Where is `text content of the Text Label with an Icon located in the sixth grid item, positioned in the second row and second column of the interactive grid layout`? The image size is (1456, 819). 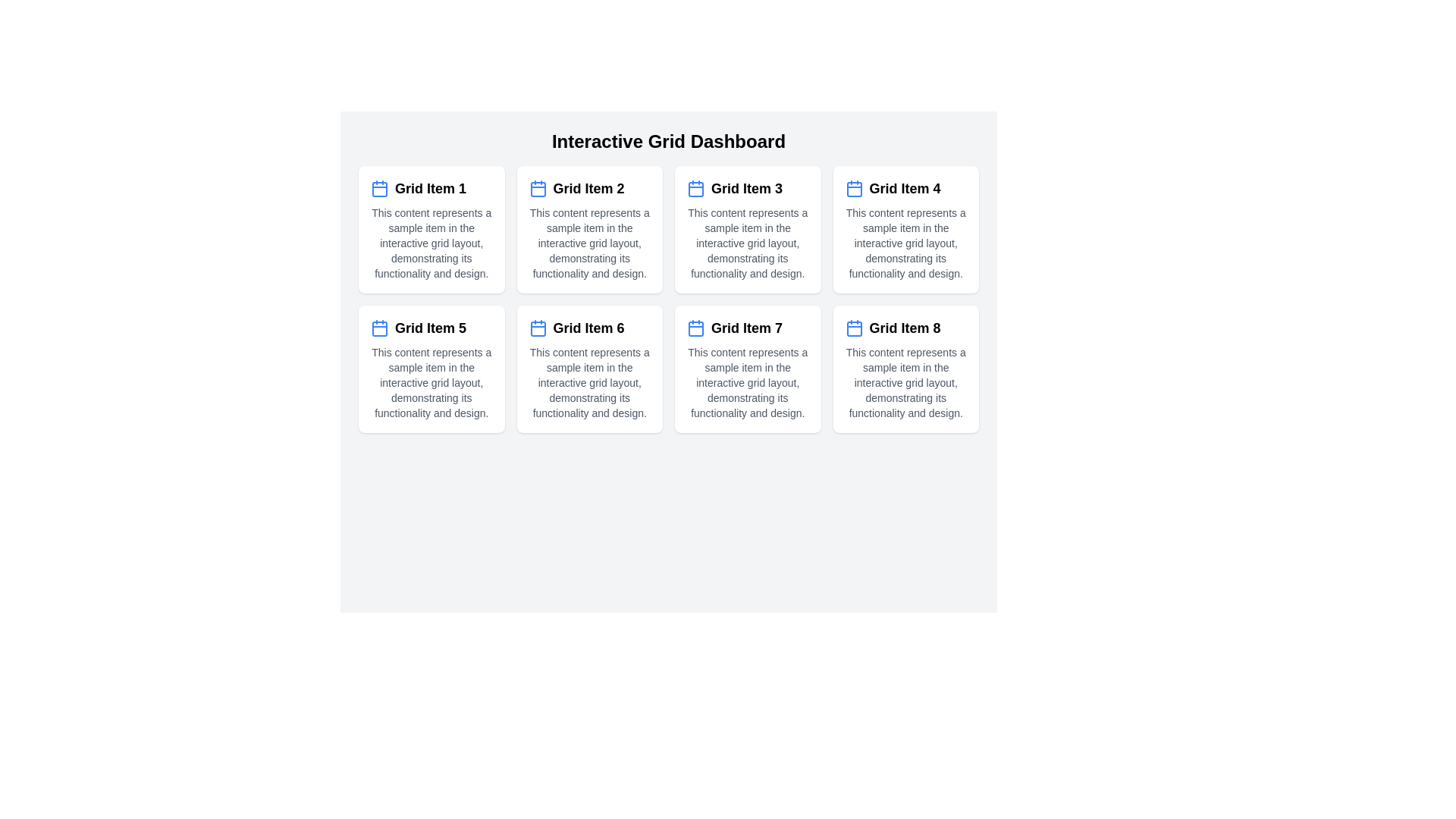
text content of the Text Label with an Icon located in the sixth grid item, positioned in the second row and second column of the interactive grid layout is located at coordinates (588, 327).